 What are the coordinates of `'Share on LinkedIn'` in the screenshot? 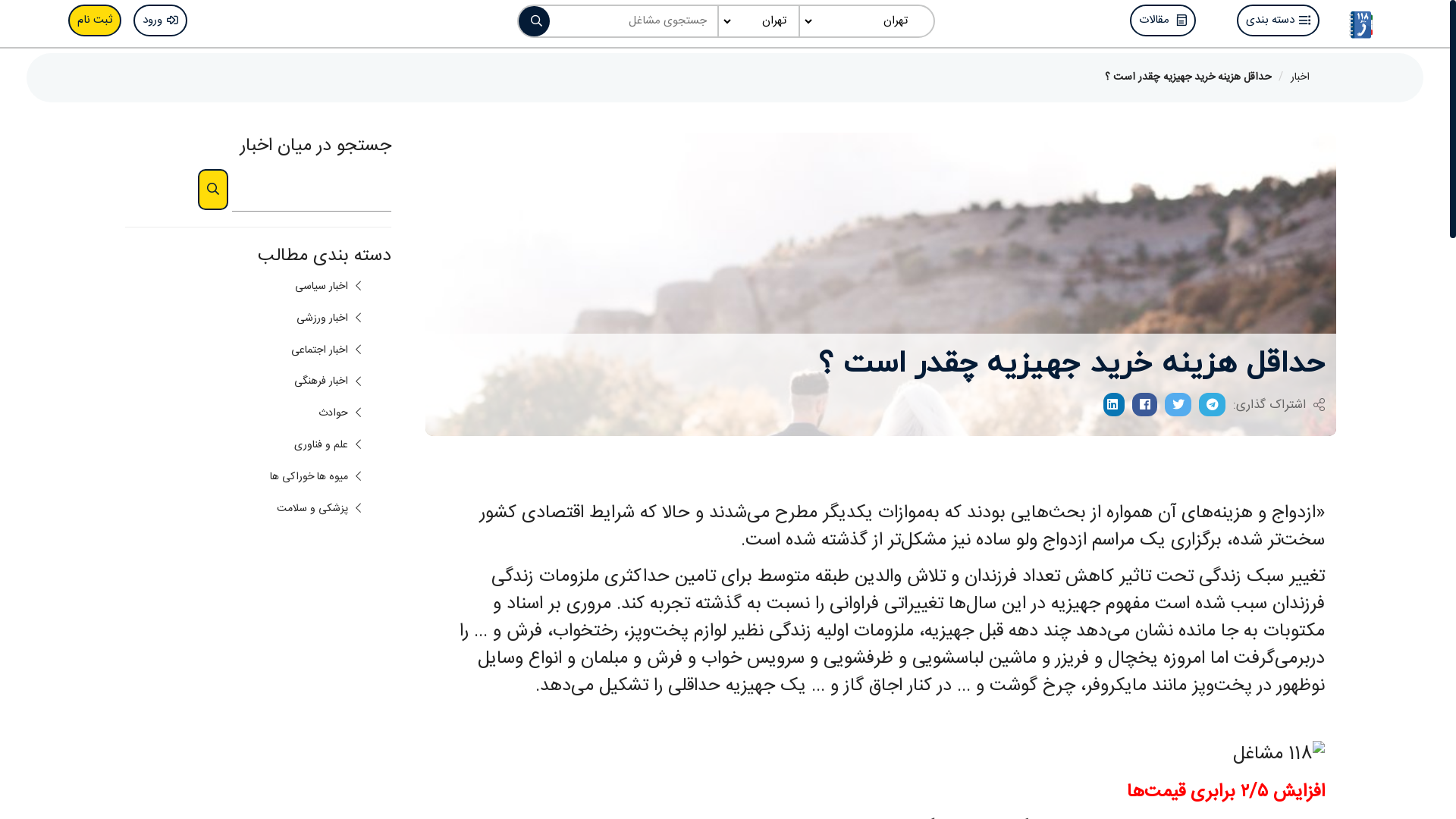 It's located at (1113, 403).